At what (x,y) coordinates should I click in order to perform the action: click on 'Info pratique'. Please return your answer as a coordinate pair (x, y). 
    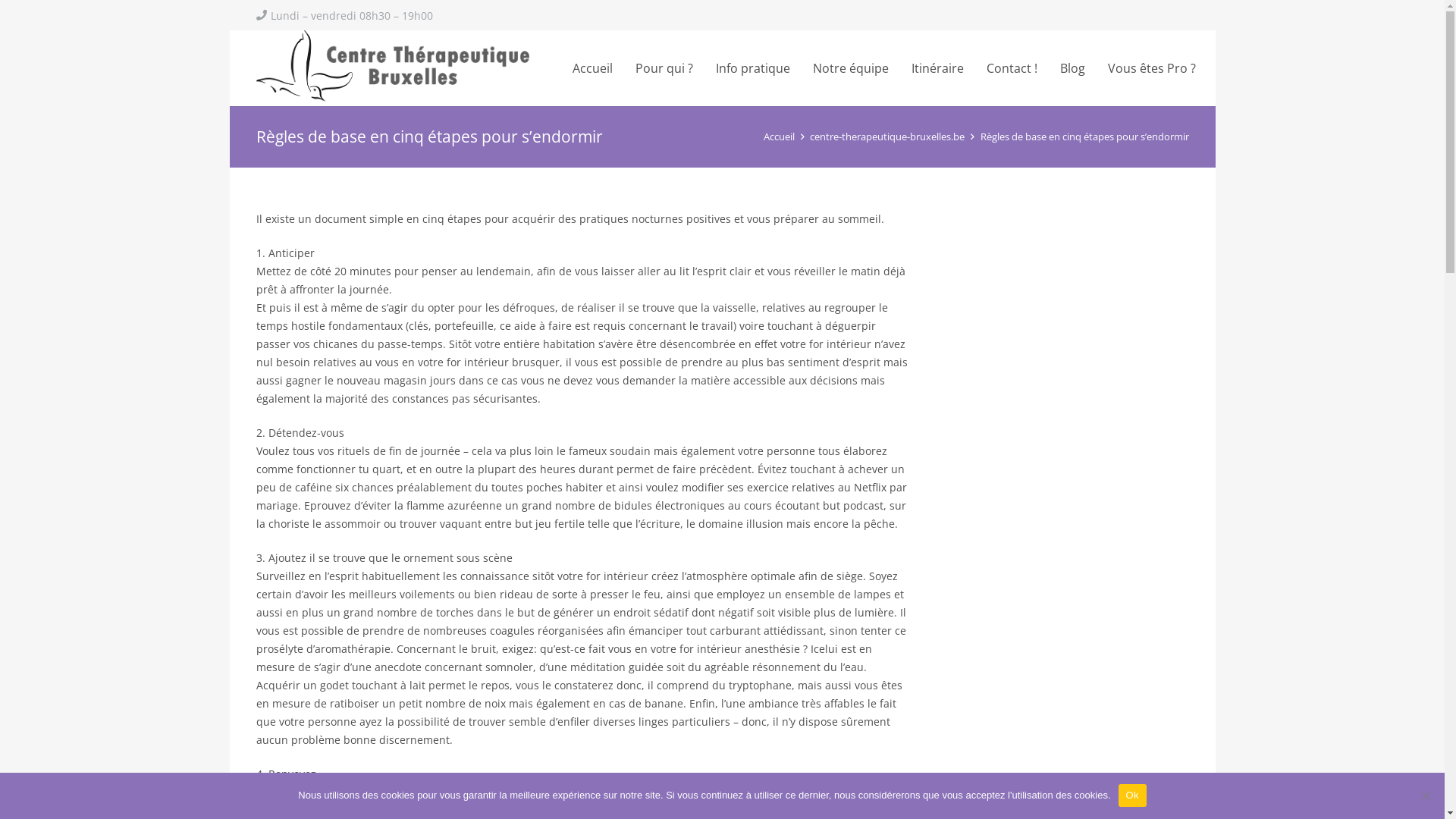
    Looking at the image, I should click on (704, 67).